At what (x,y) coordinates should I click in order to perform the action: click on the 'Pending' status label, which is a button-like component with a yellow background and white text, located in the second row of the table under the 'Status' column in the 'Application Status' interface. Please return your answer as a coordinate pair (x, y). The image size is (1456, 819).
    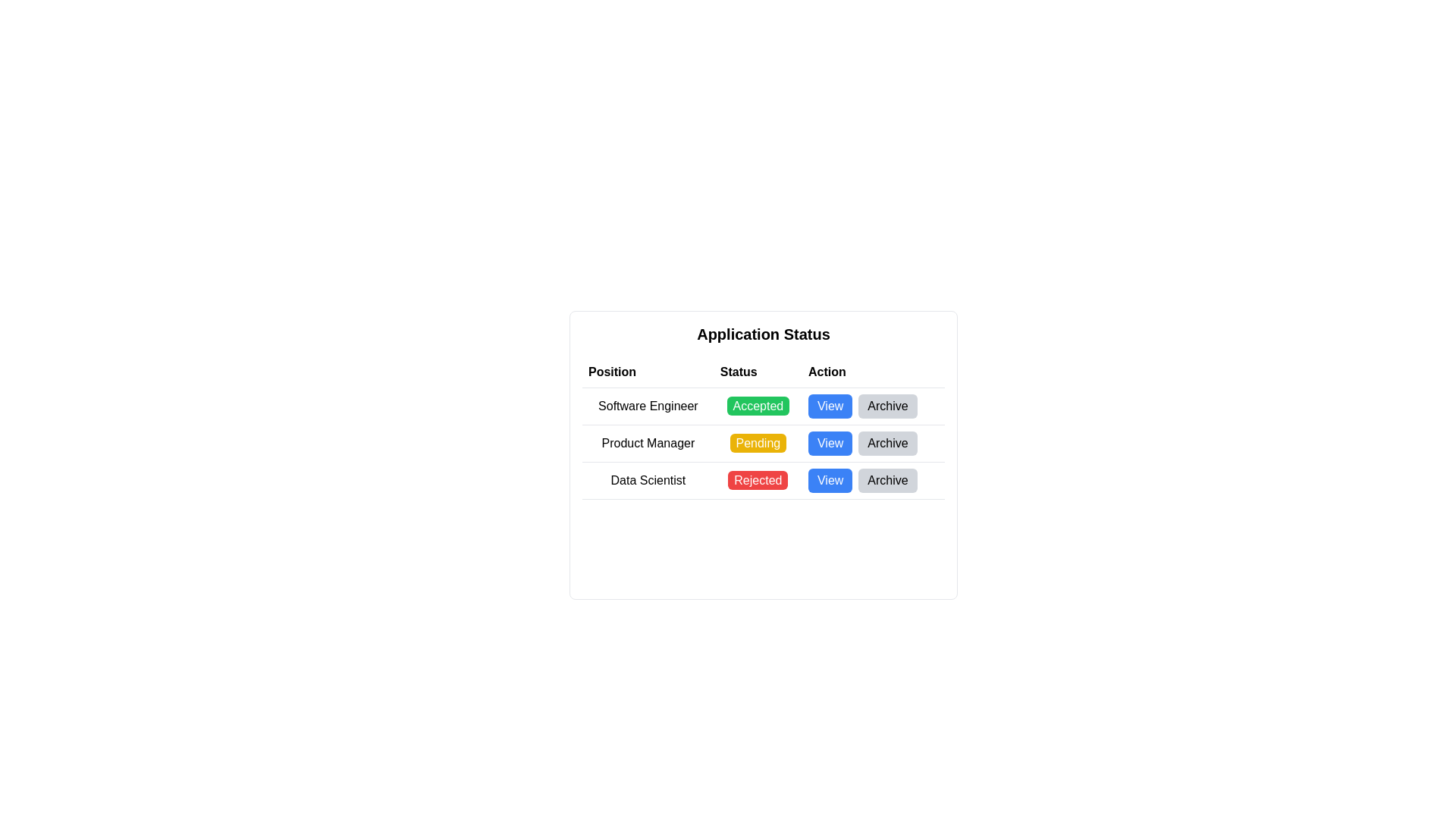
    Looking at the image, I should click on (758, 444).